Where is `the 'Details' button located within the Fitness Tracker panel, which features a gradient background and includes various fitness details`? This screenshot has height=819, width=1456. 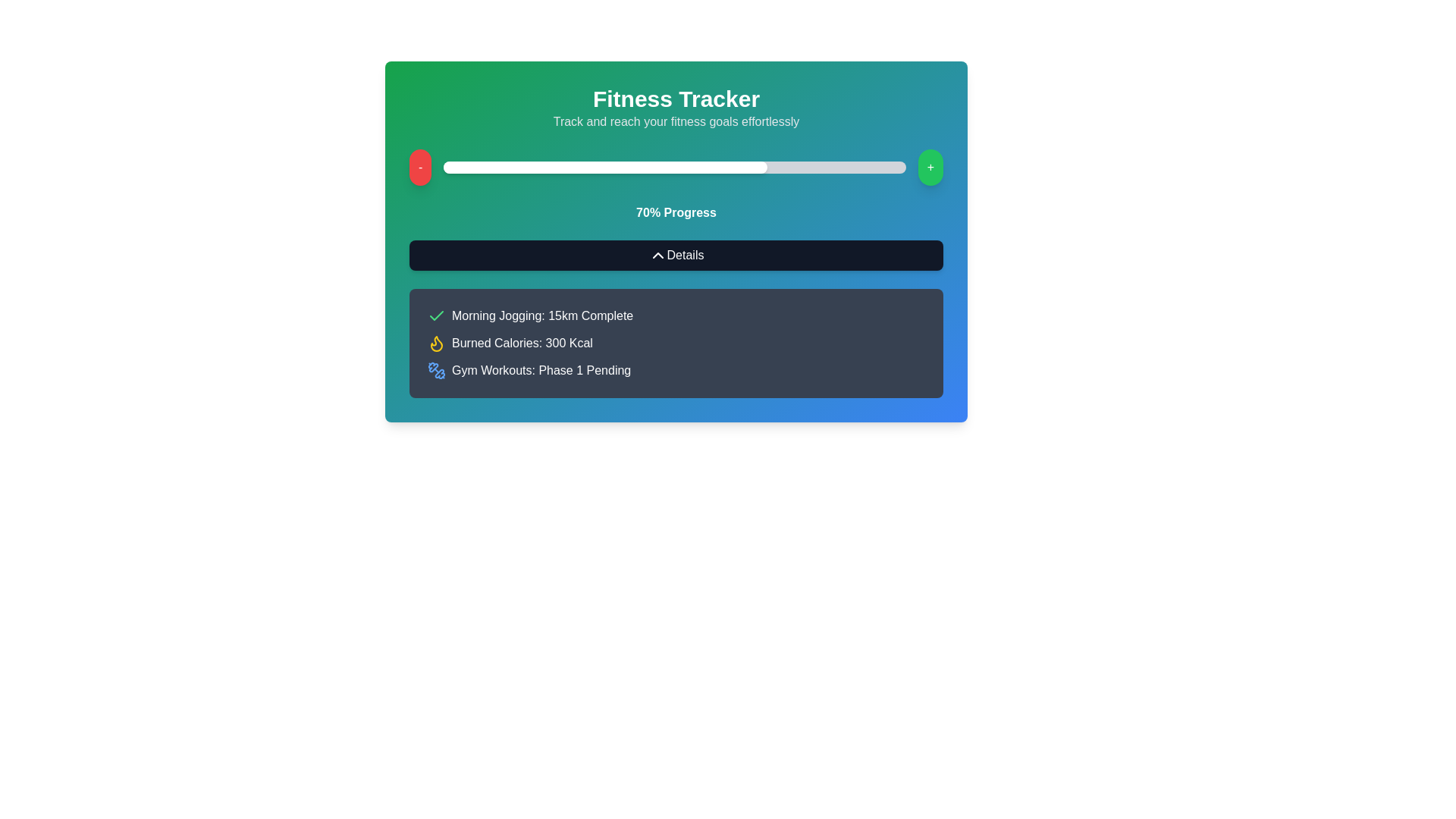 the 'Details' button located within the Fitness Tracker panel, which features a gradient background and includes various fitness details is located at coordinates (676, 241).